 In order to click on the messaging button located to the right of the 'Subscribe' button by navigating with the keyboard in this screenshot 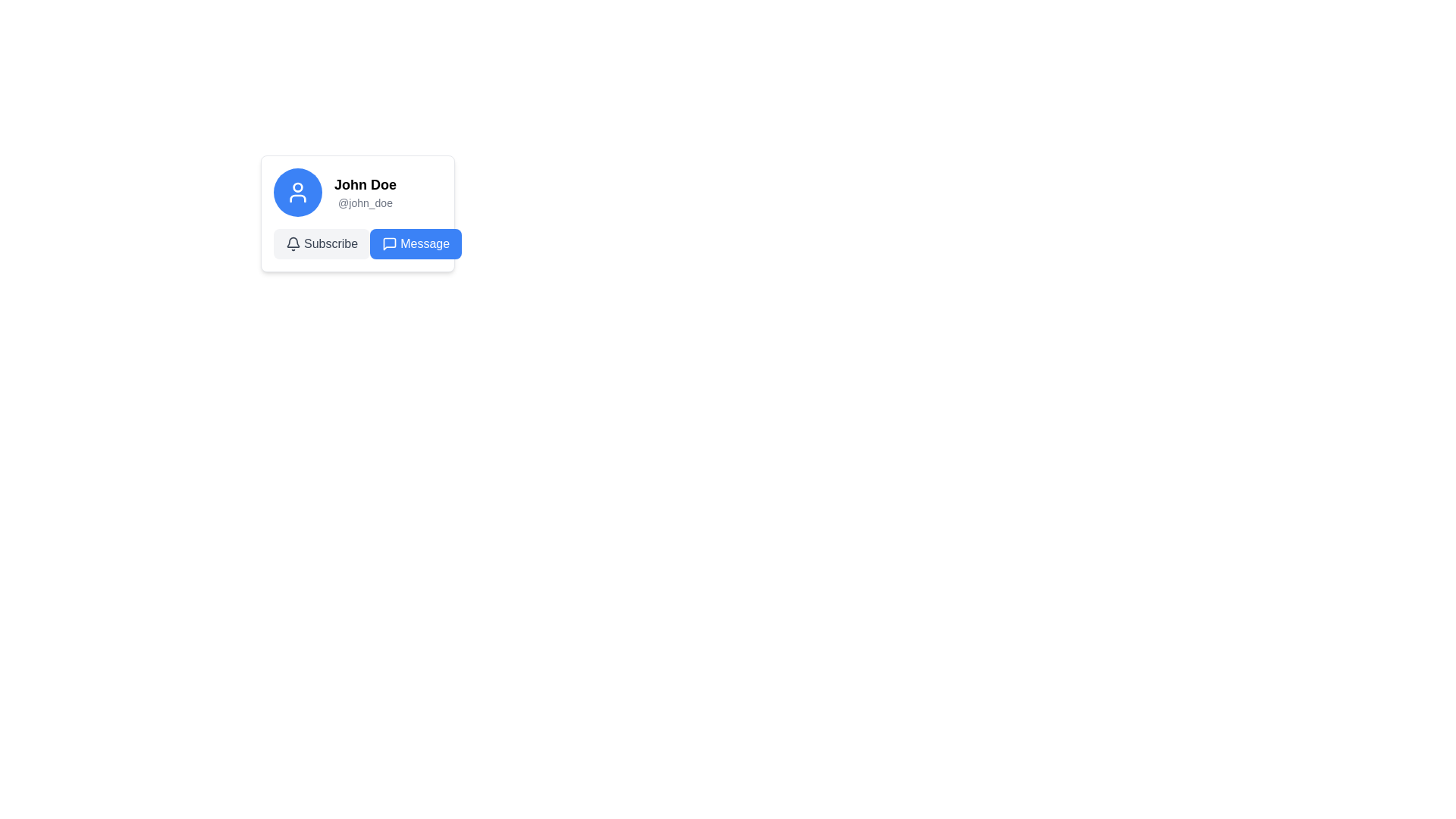, I will do `click(416, 243)`.